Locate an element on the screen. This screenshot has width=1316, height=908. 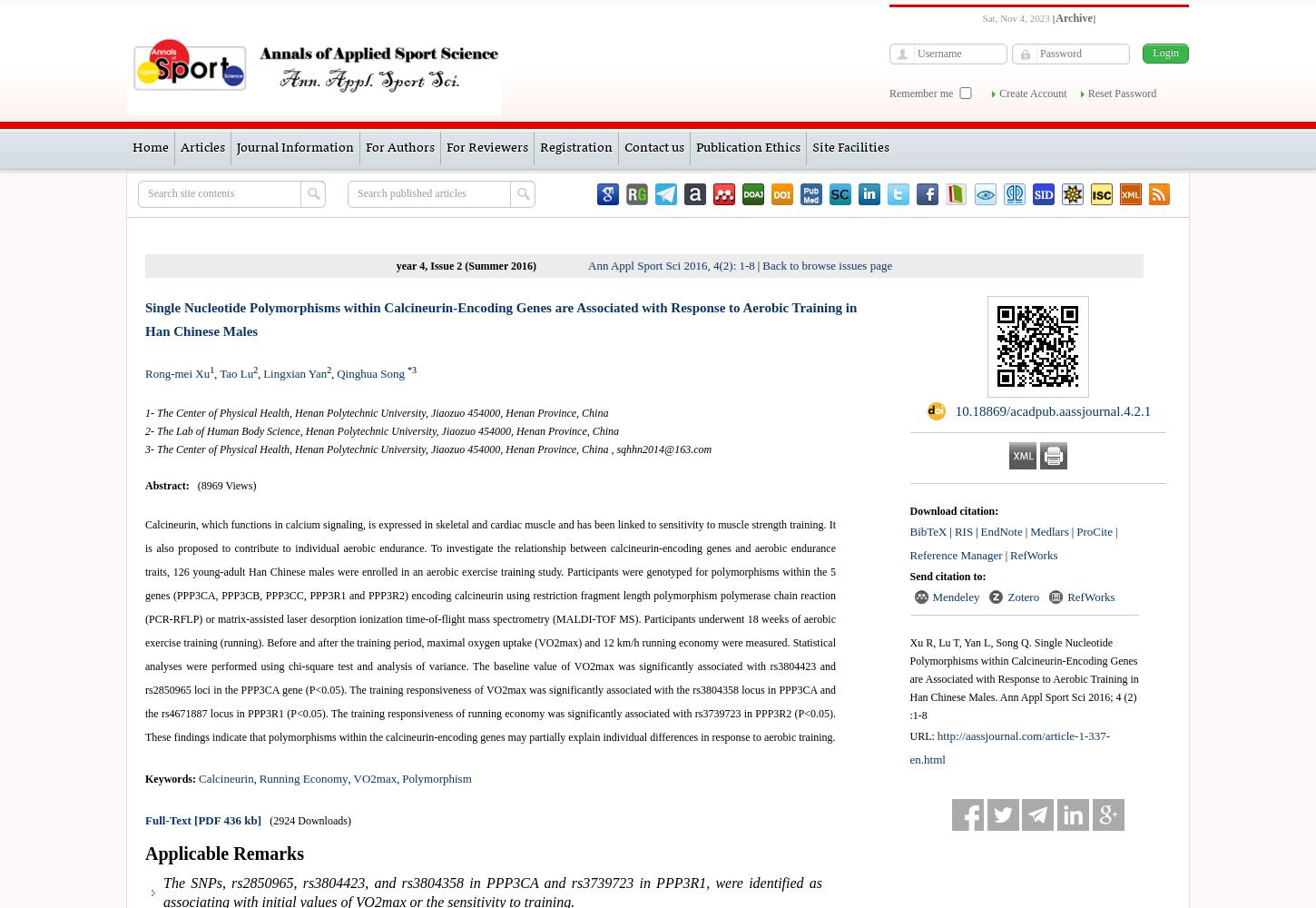
'Contact us' is located at coordinates (653, 148).